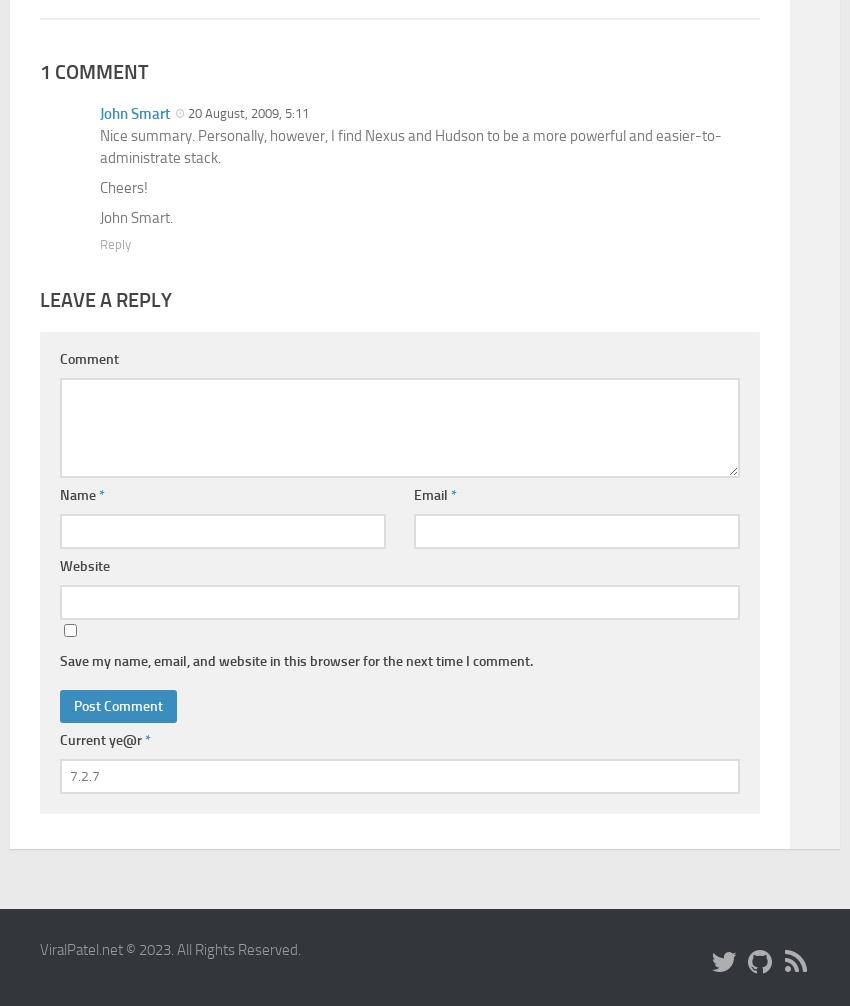 This screenshot has height=1006, width=850. Describe the element at coordinates (187, 901) in the screenshot. I see `'20 August, 2009, 5:11'` at that location.